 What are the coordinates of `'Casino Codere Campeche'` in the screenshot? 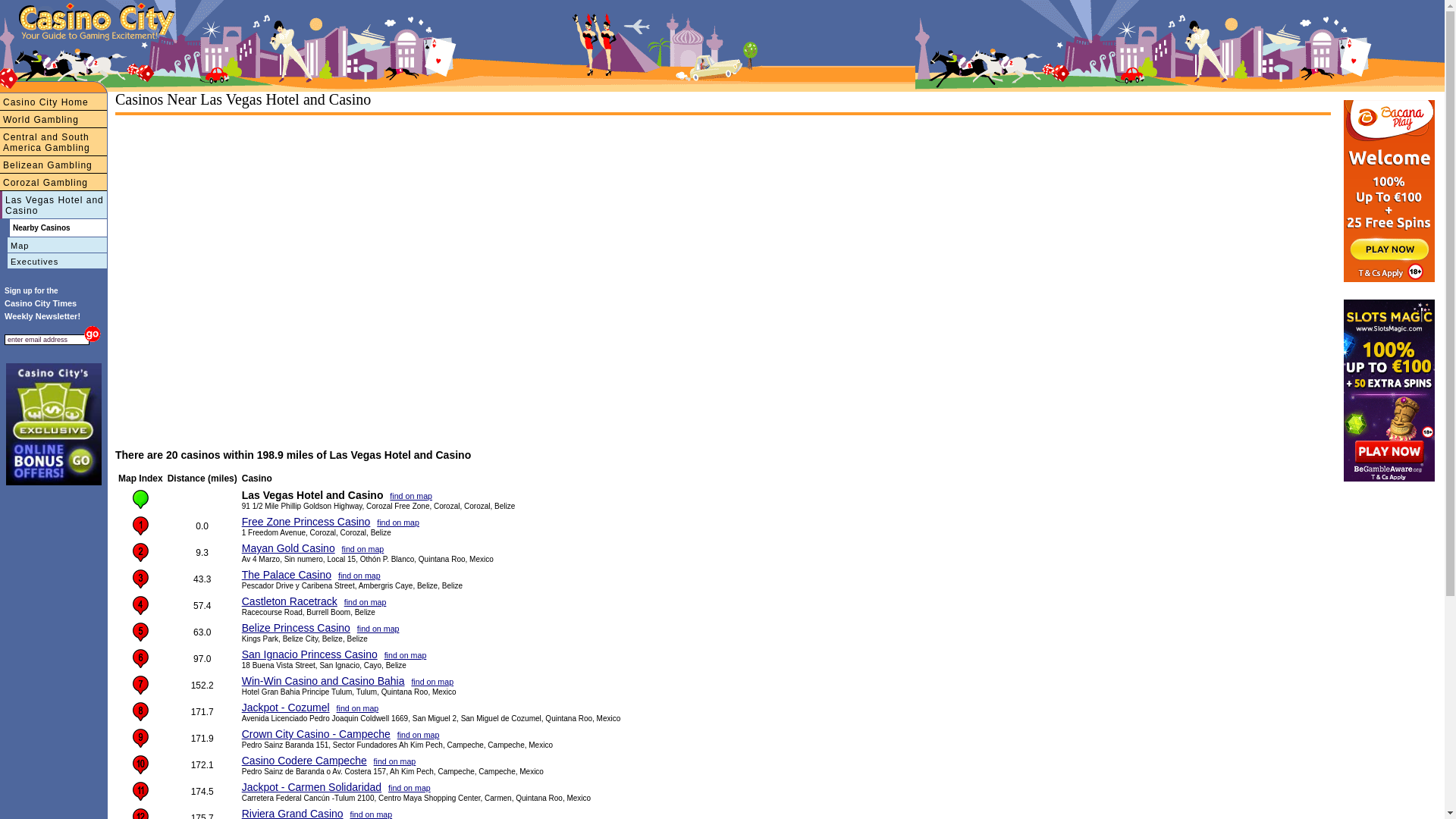 It's located at (303, 760).